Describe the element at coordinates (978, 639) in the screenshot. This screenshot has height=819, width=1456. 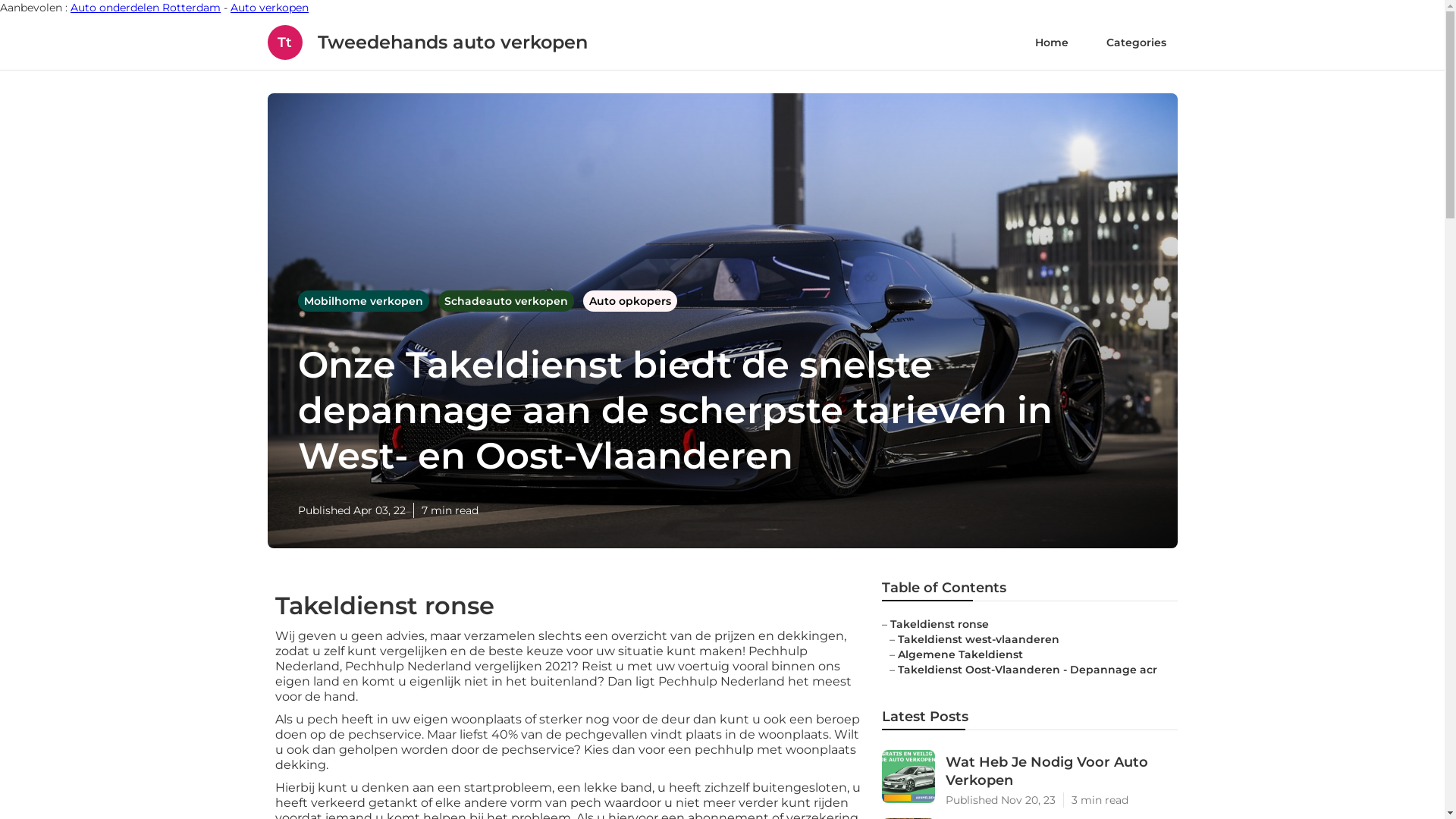
I see `'Takeldienst west-vlaanderen'` at that location.